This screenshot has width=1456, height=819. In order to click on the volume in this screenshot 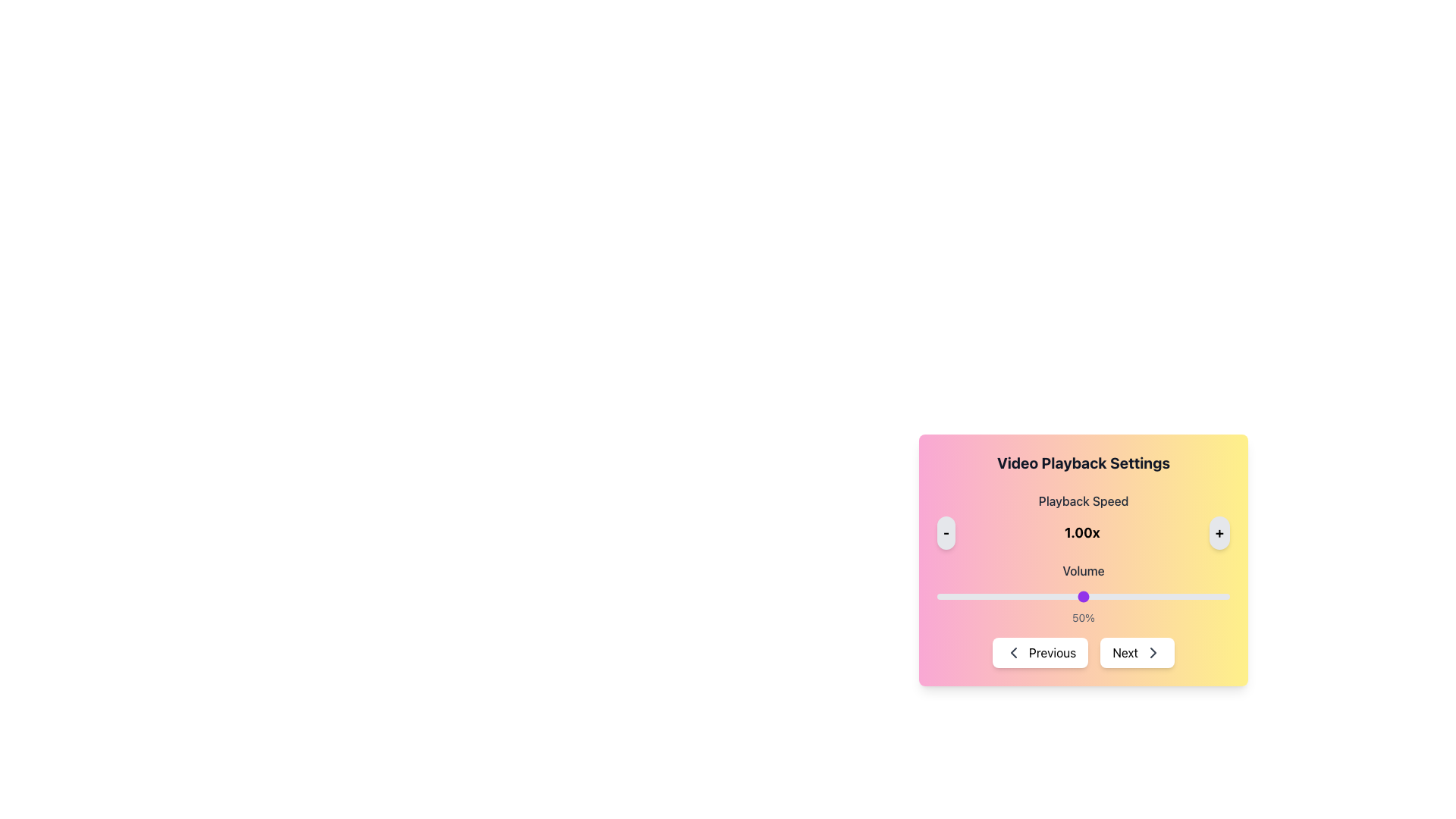, I will do `click(948, 595)`.